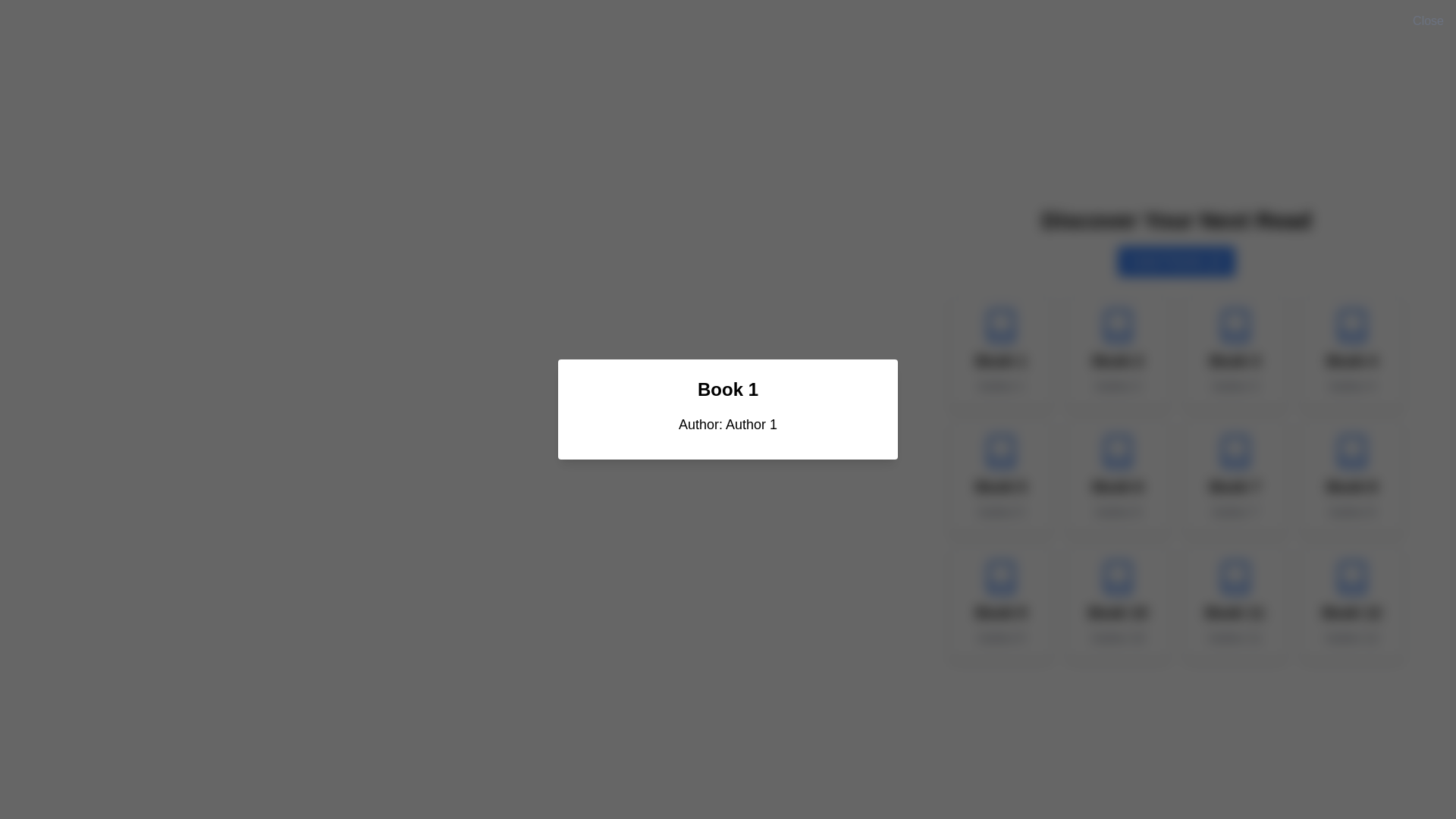 The height and width of the screenshot is (819, 1456). Describe the element at coordinates (1175, 476) in the screenshot. I see `the book card located in the second row and third column of the grid` at that location.